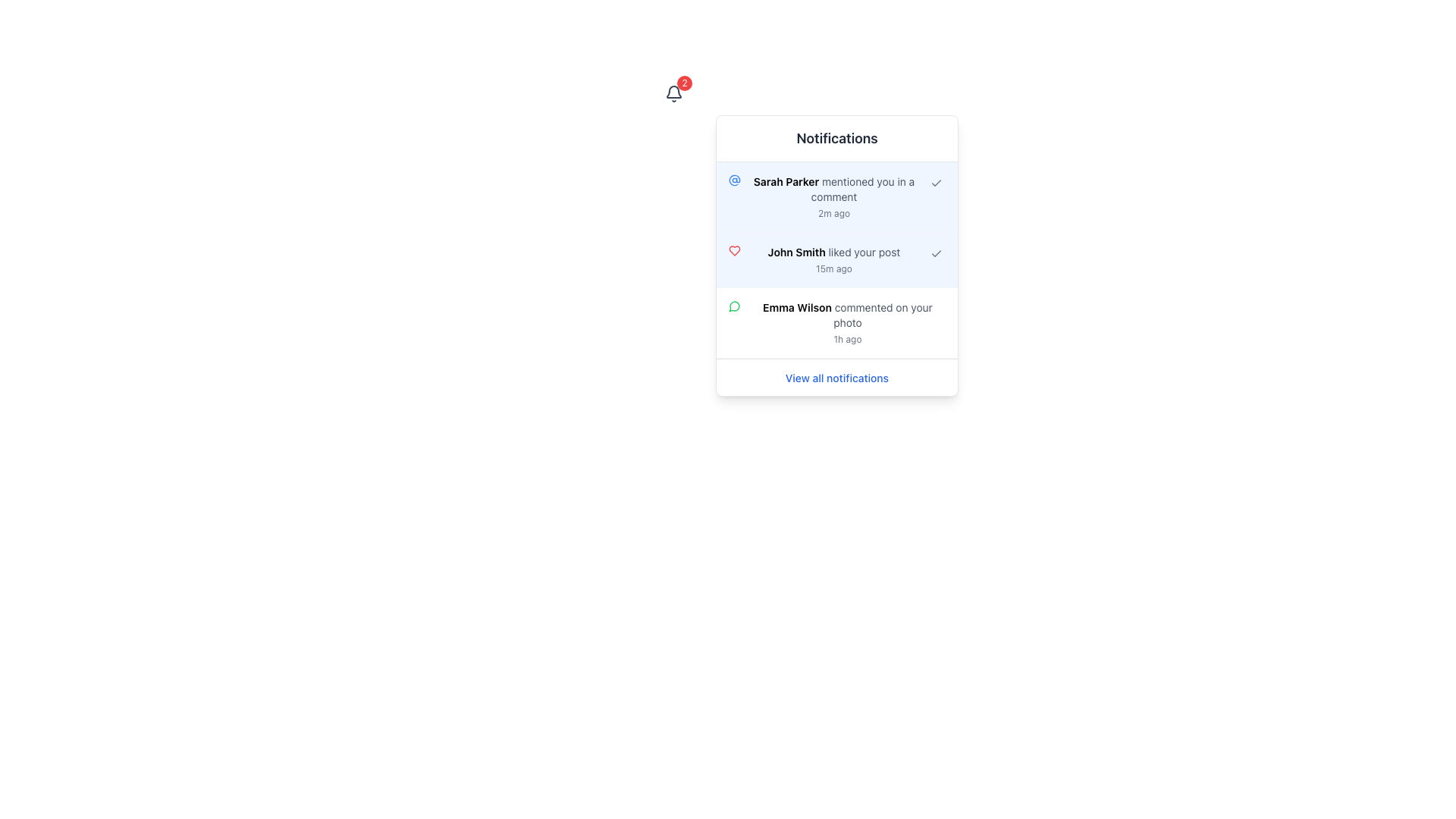 This screenshot has height=819, width=1456. I want to click on the text label displaying 'John Smith' within the second notification in the notifications panel, so click(795, 251).